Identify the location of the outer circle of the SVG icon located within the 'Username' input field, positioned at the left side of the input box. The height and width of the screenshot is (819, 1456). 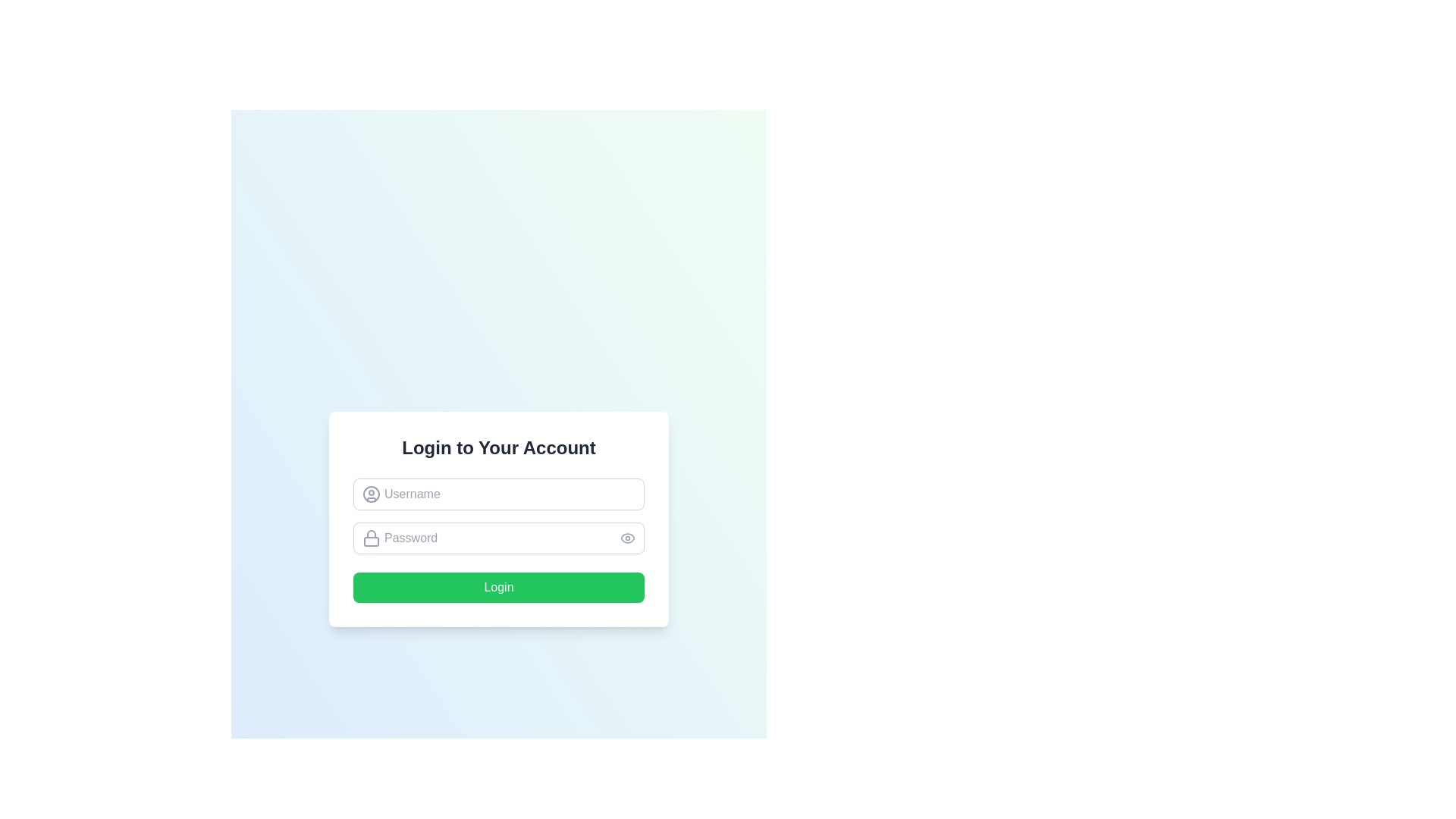
(371, 494).